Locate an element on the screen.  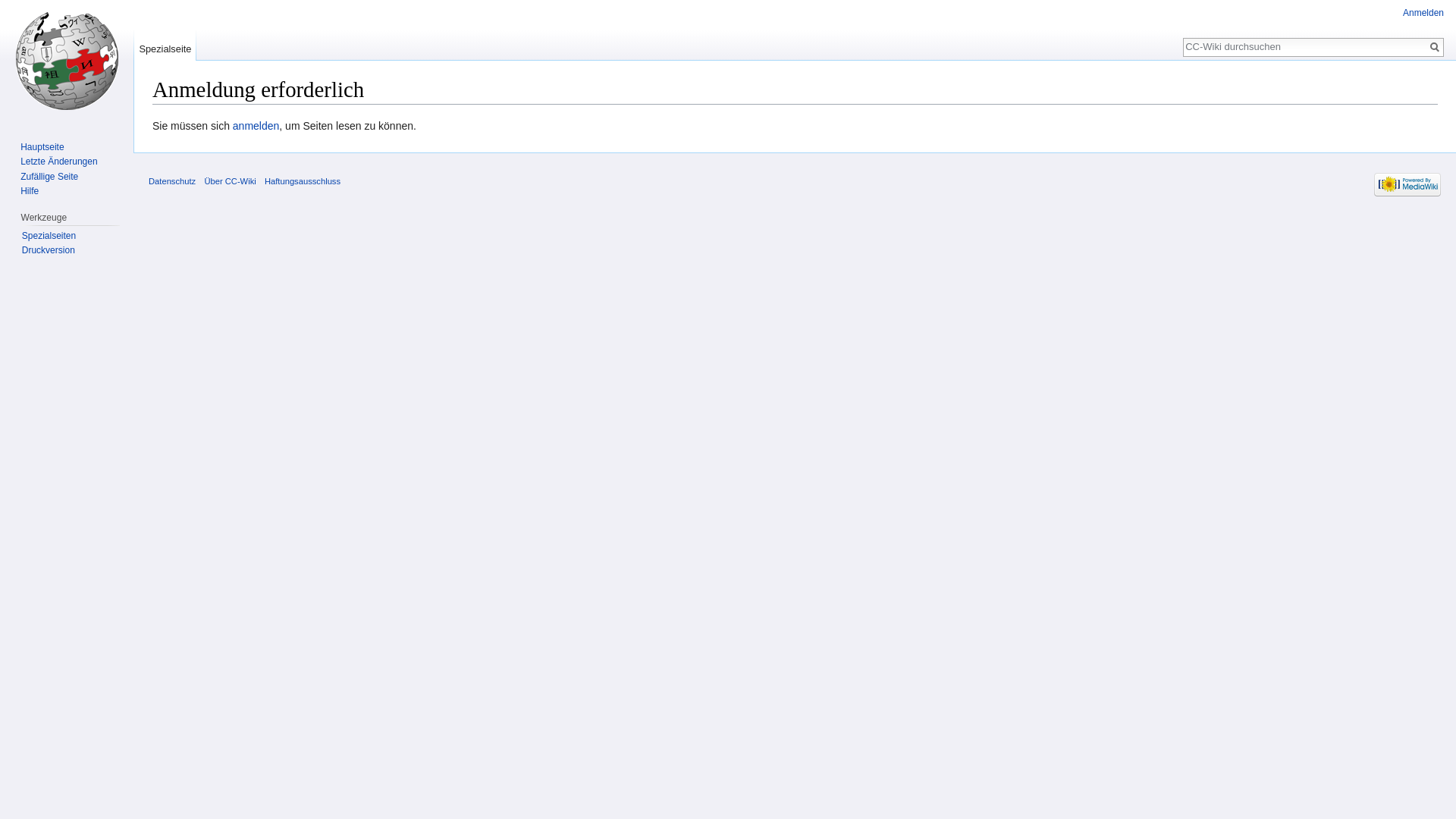
'Hauptseite' is located at coordinates (42, 146).